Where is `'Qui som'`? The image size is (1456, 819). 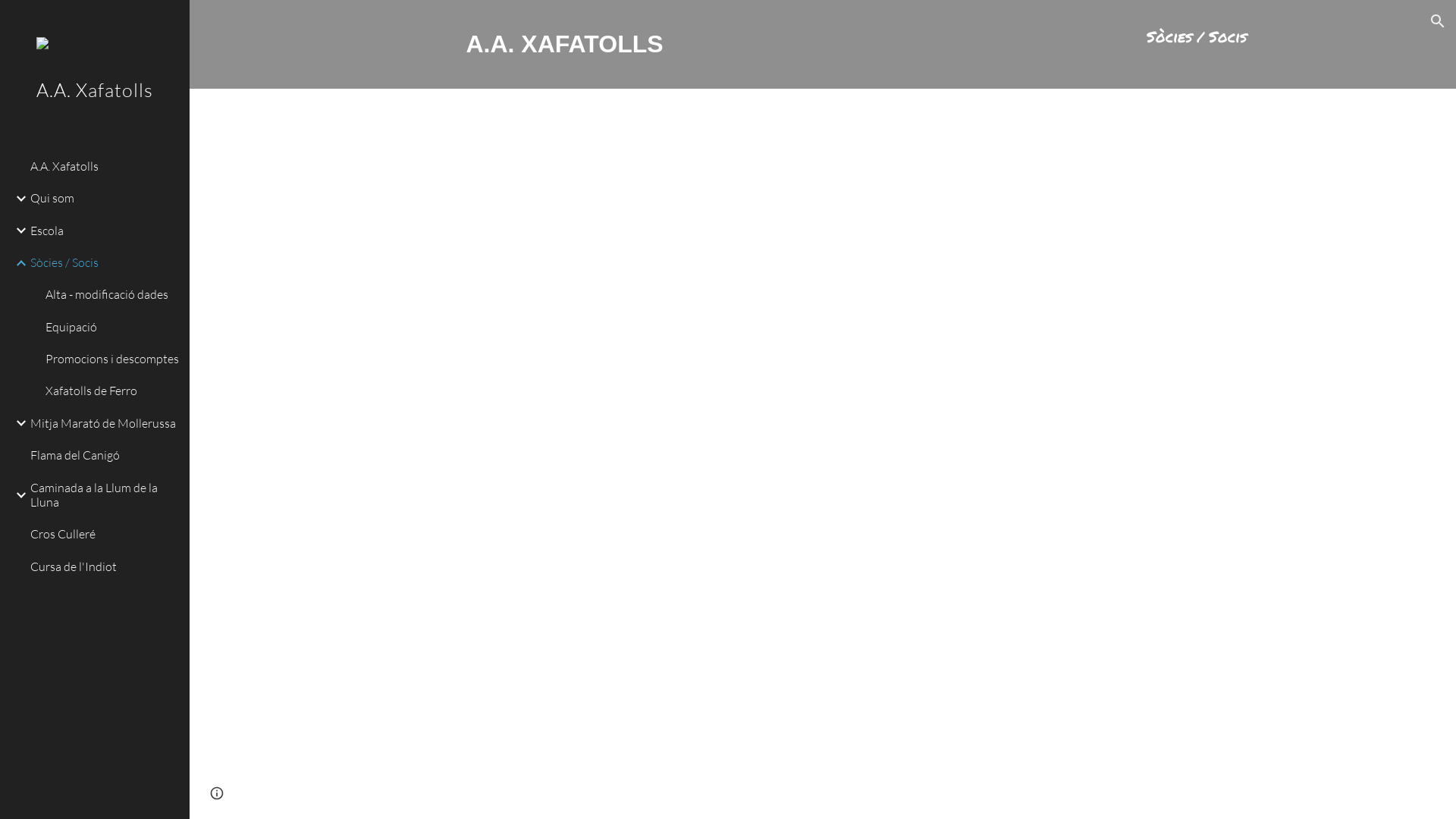
'Qui som' is located at coordinates (27, 198).